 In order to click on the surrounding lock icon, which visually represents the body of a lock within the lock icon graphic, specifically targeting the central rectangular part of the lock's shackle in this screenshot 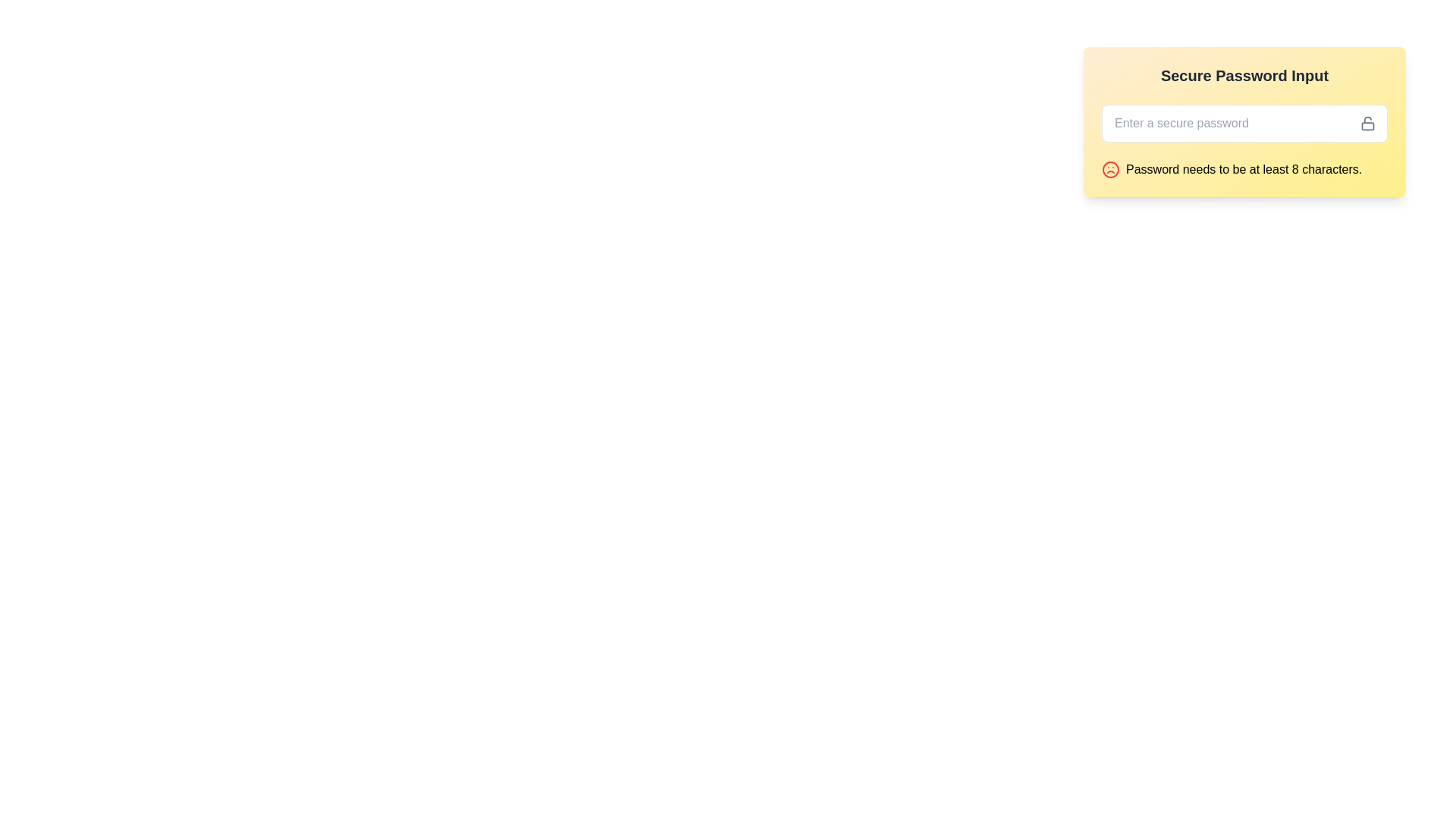, I will do `click(1368, 125)`.